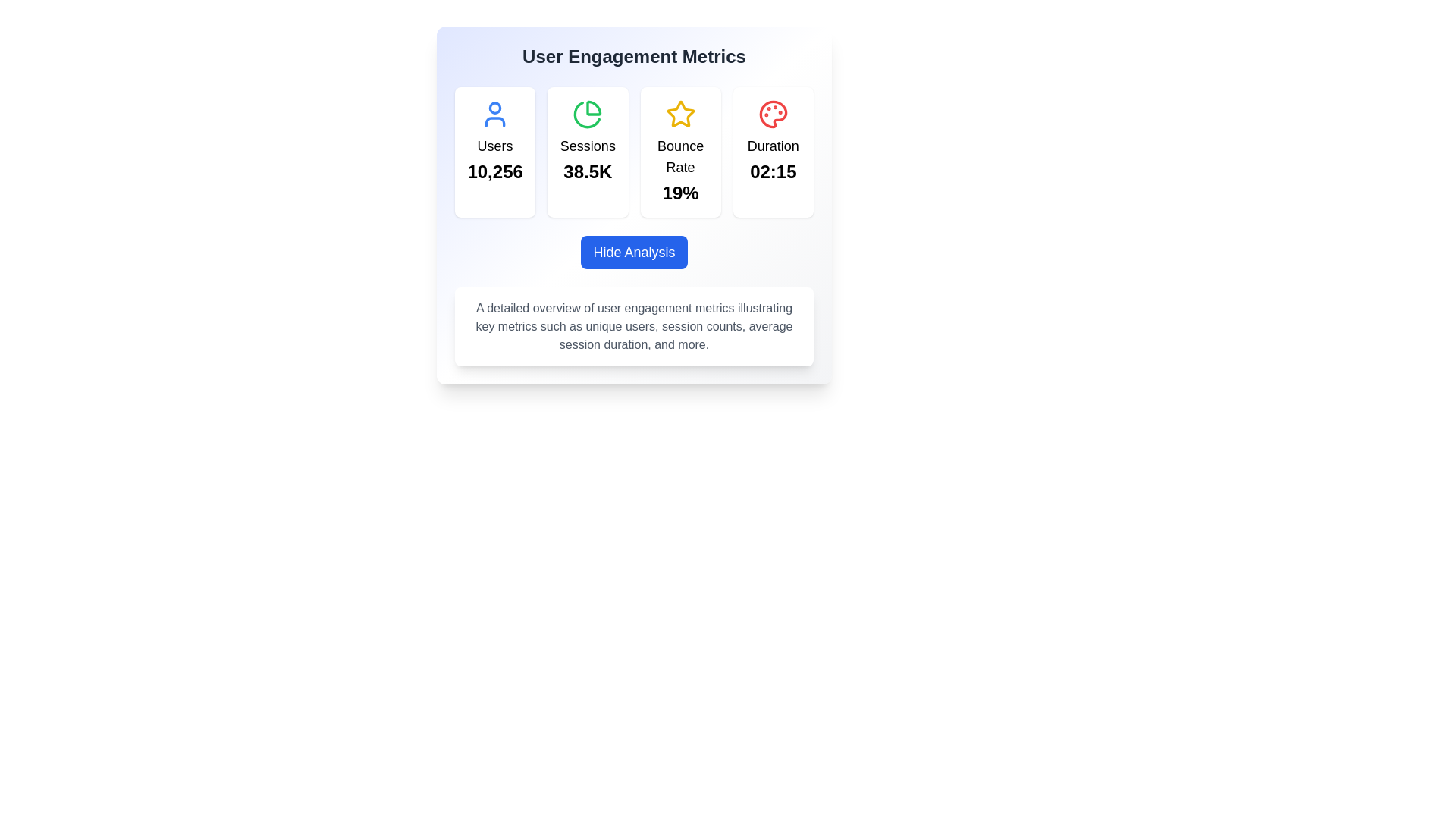  Describe the element at coordinates (679, 113) in the screenshot. I see `the star icon outlined in bold yellow color in the 'Bounce Rate' section of the analytics panel, located above the percentage value '19%` at that location.